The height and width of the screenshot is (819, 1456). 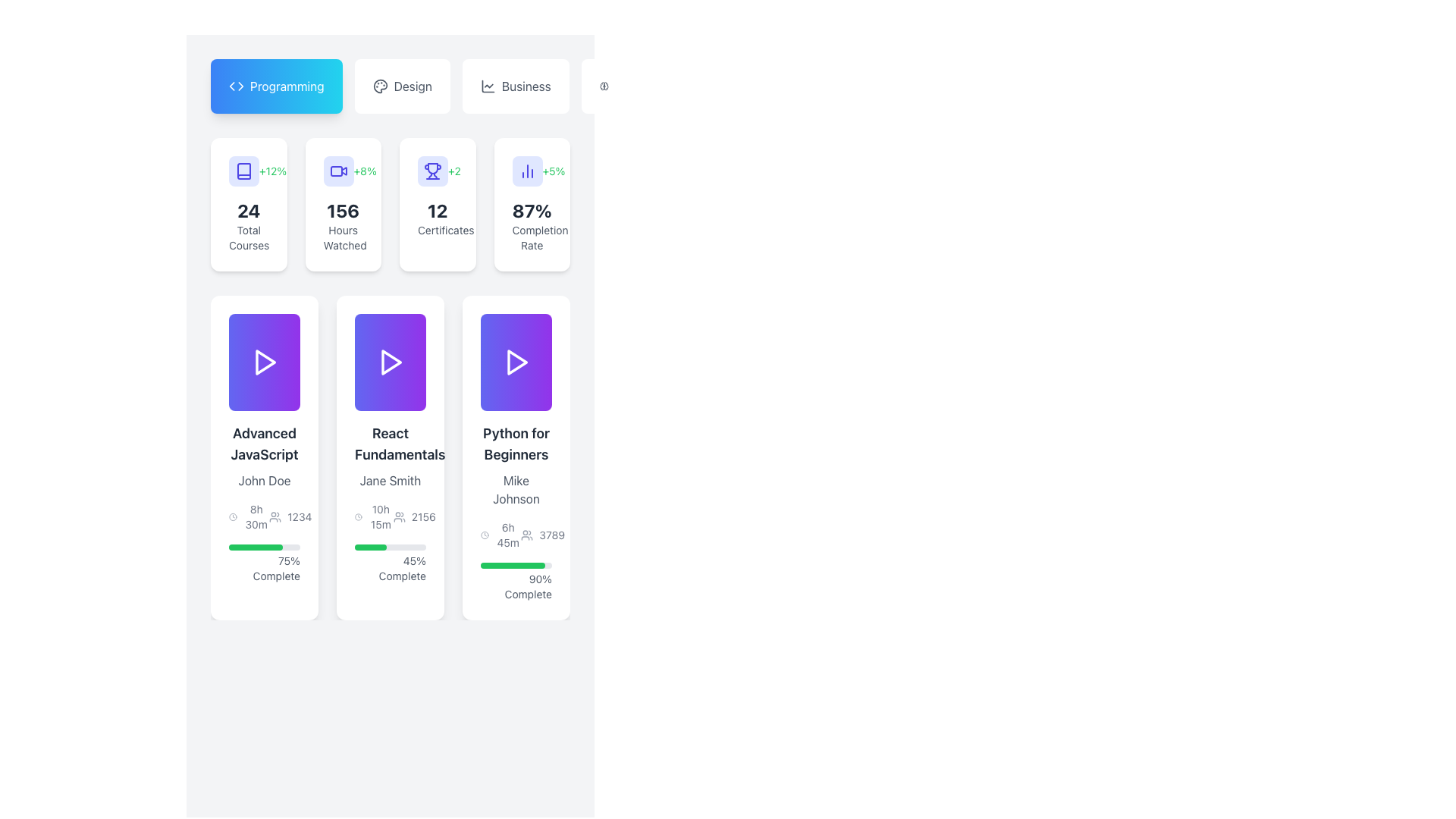 What do you see at coordinates (265, 362) in the screenshot?
I see `the triangular play icon, which is styled in white color with a purple background, located in the center of the thumbnail section of the 'Advanced JavaScript' course card` at bounding box center [265, 362].